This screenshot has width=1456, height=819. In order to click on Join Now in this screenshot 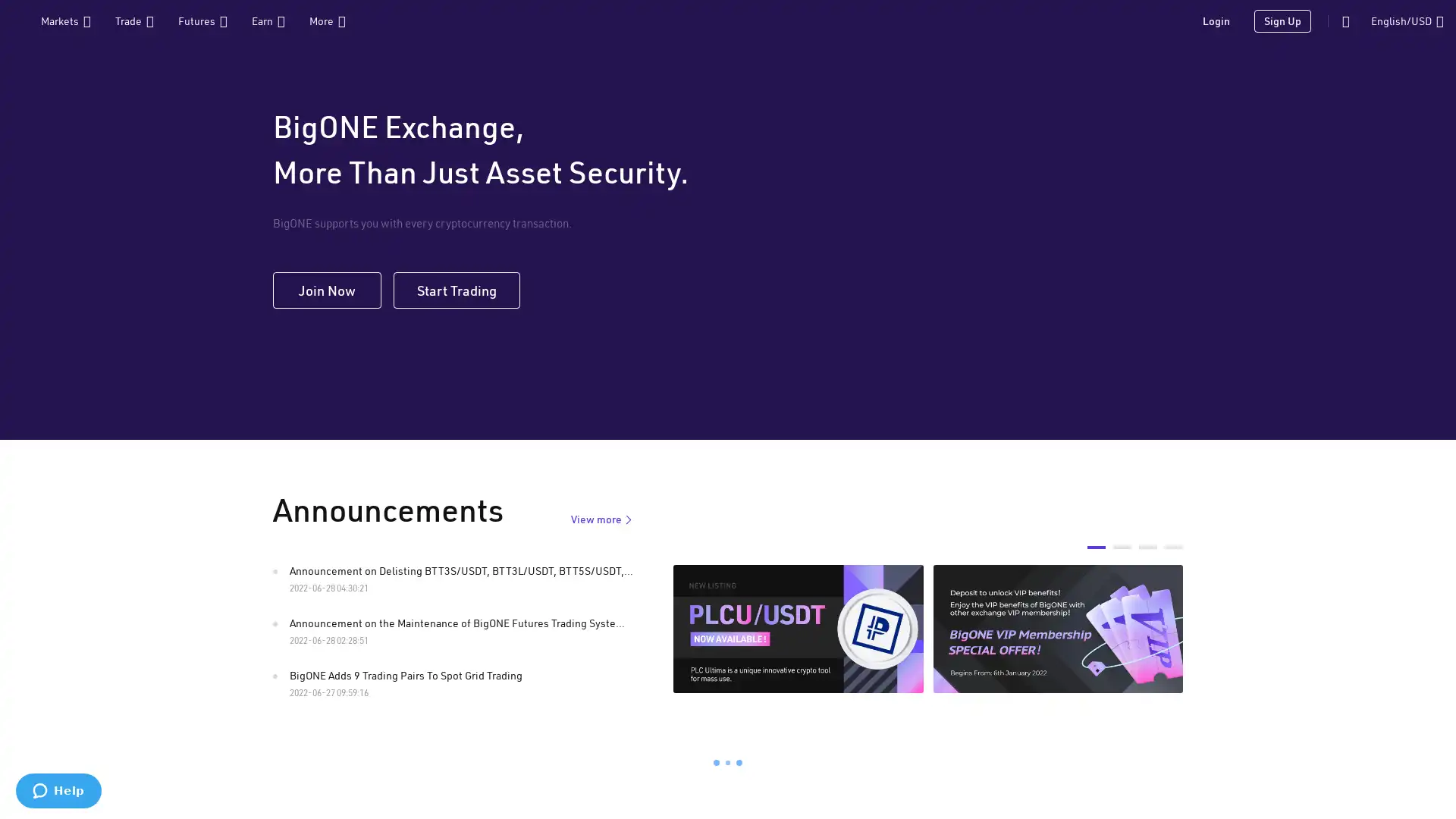, I will do `click(326, 290)`.